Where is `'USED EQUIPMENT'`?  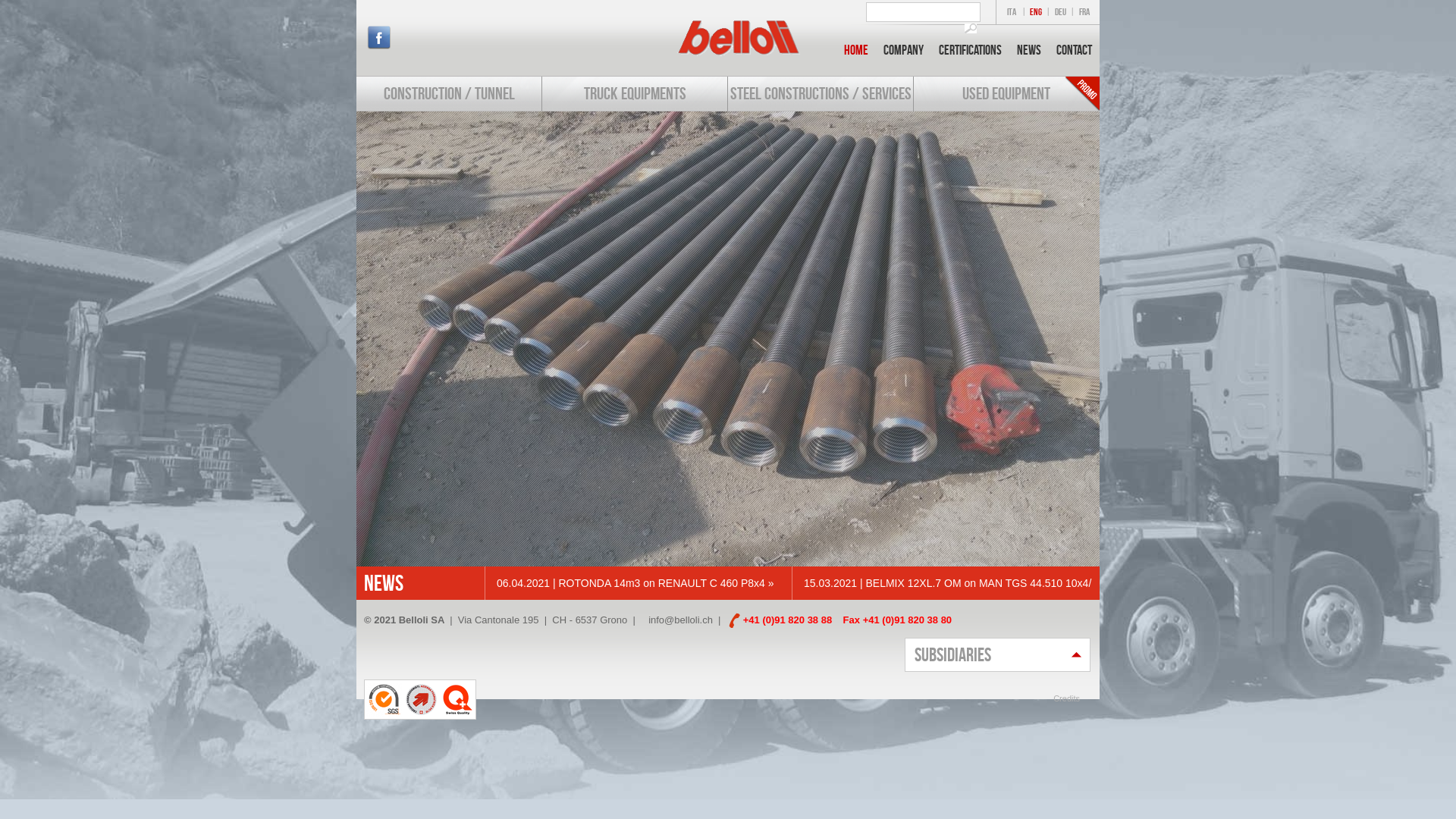 'USED EQUIPMENT' is located at coordinates (1006, 93).